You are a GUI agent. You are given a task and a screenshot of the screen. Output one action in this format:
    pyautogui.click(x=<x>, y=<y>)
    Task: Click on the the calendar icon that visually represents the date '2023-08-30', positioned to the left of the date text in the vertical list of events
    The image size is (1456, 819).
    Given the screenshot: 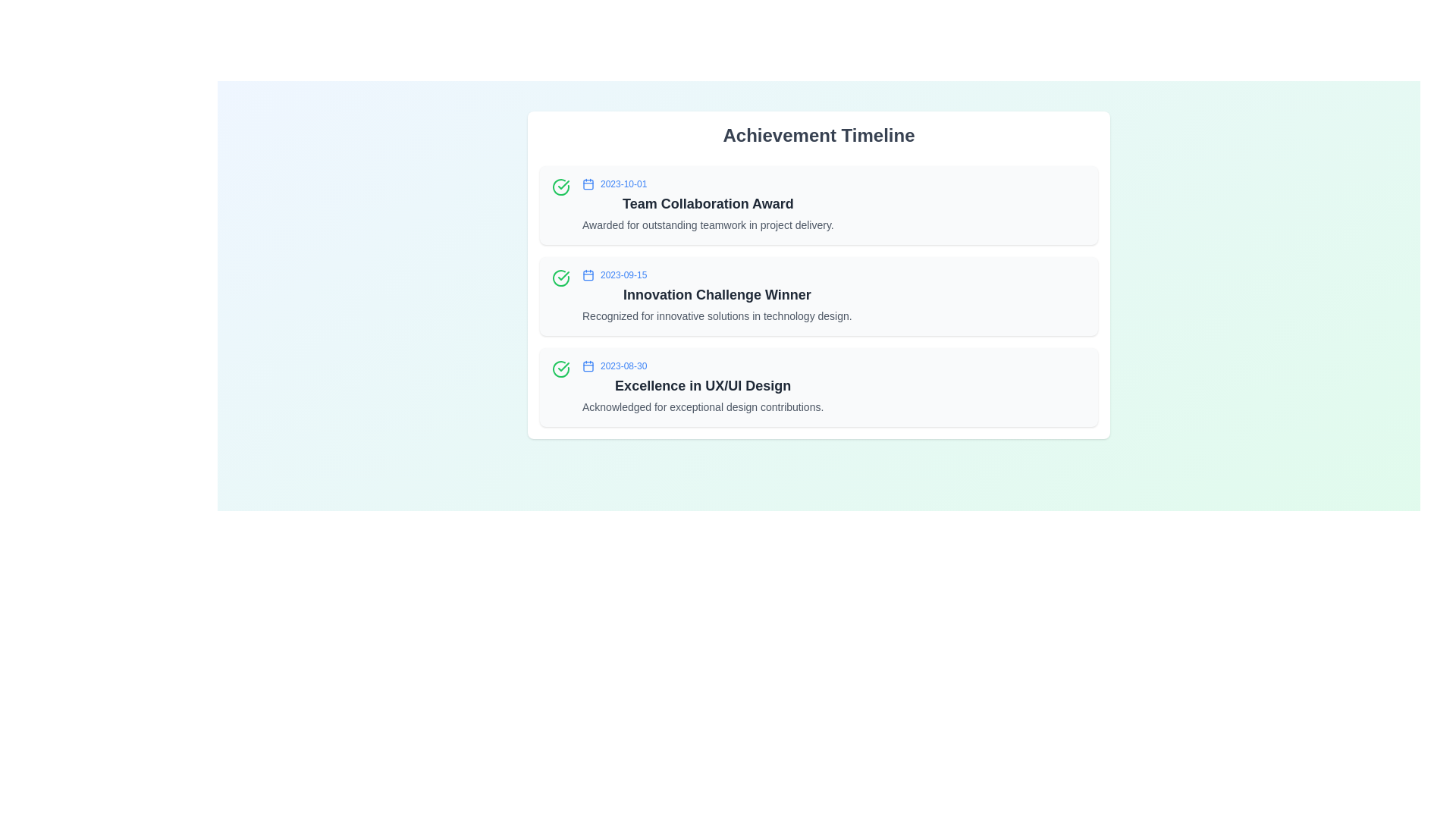 What is the action you would take?
    pyautogui.click(x=588, y=366)
    